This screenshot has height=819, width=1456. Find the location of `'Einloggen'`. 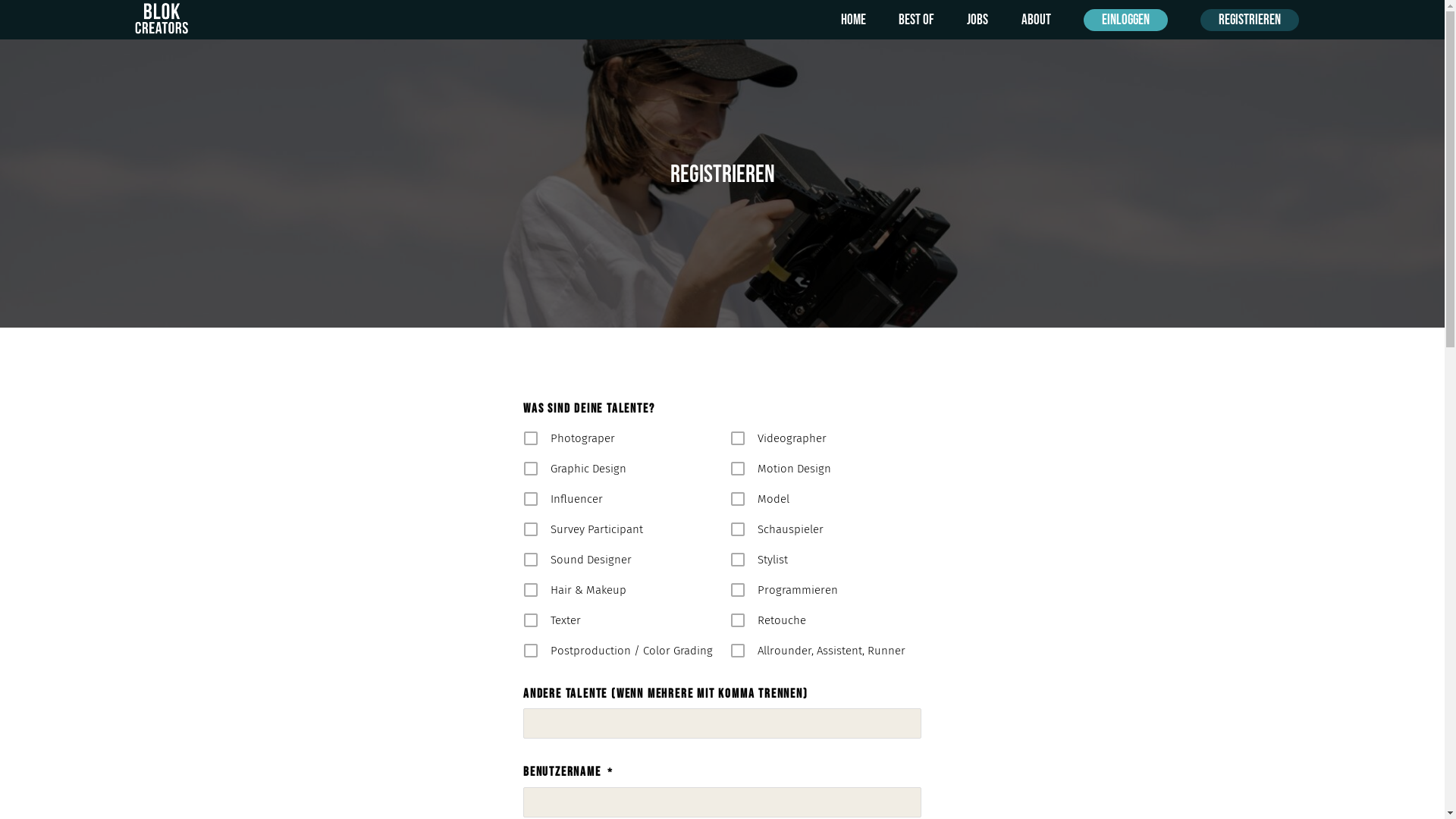

'Einloggen' is located at coordinates (1125, 20).